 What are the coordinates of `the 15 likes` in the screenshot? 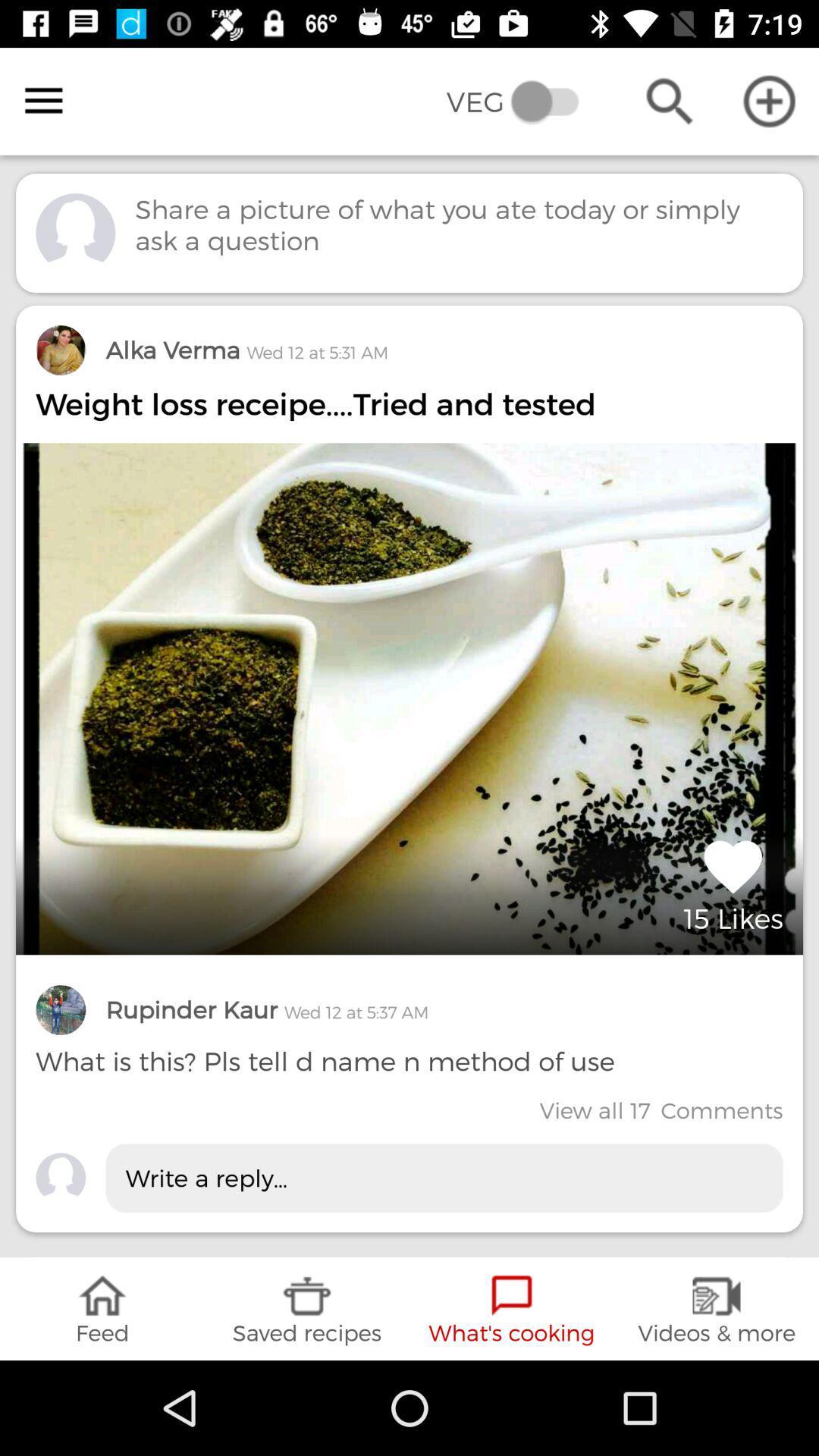 It's located at (733, 883).